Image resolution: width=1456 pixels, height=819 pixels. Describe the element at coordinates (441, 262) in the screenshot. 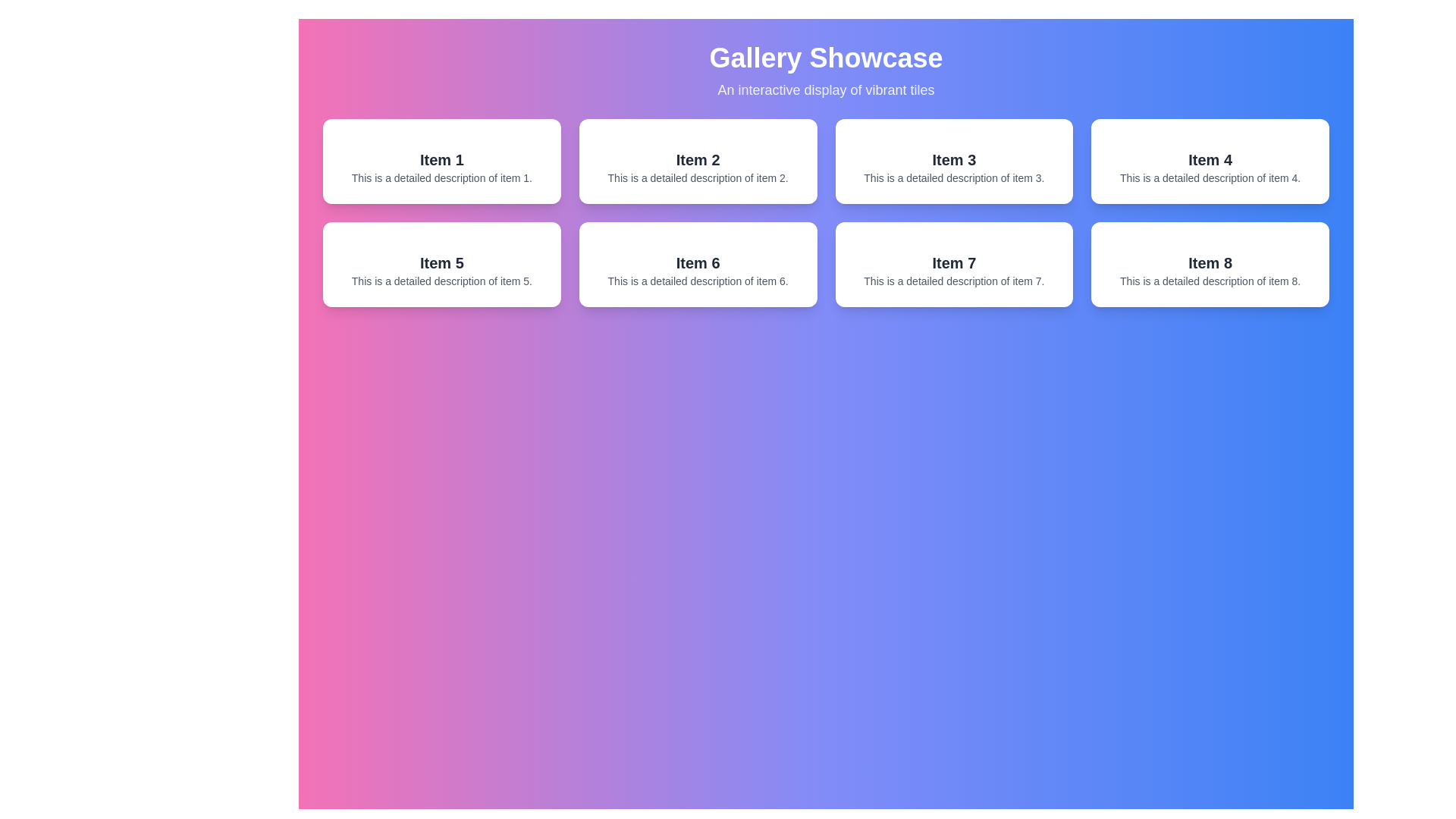

I see `bold black text labeled 'Item 5' located in the second row, first column of the card grid layout, positioned above the descriptive text and beneath an image placeholder` at that location.